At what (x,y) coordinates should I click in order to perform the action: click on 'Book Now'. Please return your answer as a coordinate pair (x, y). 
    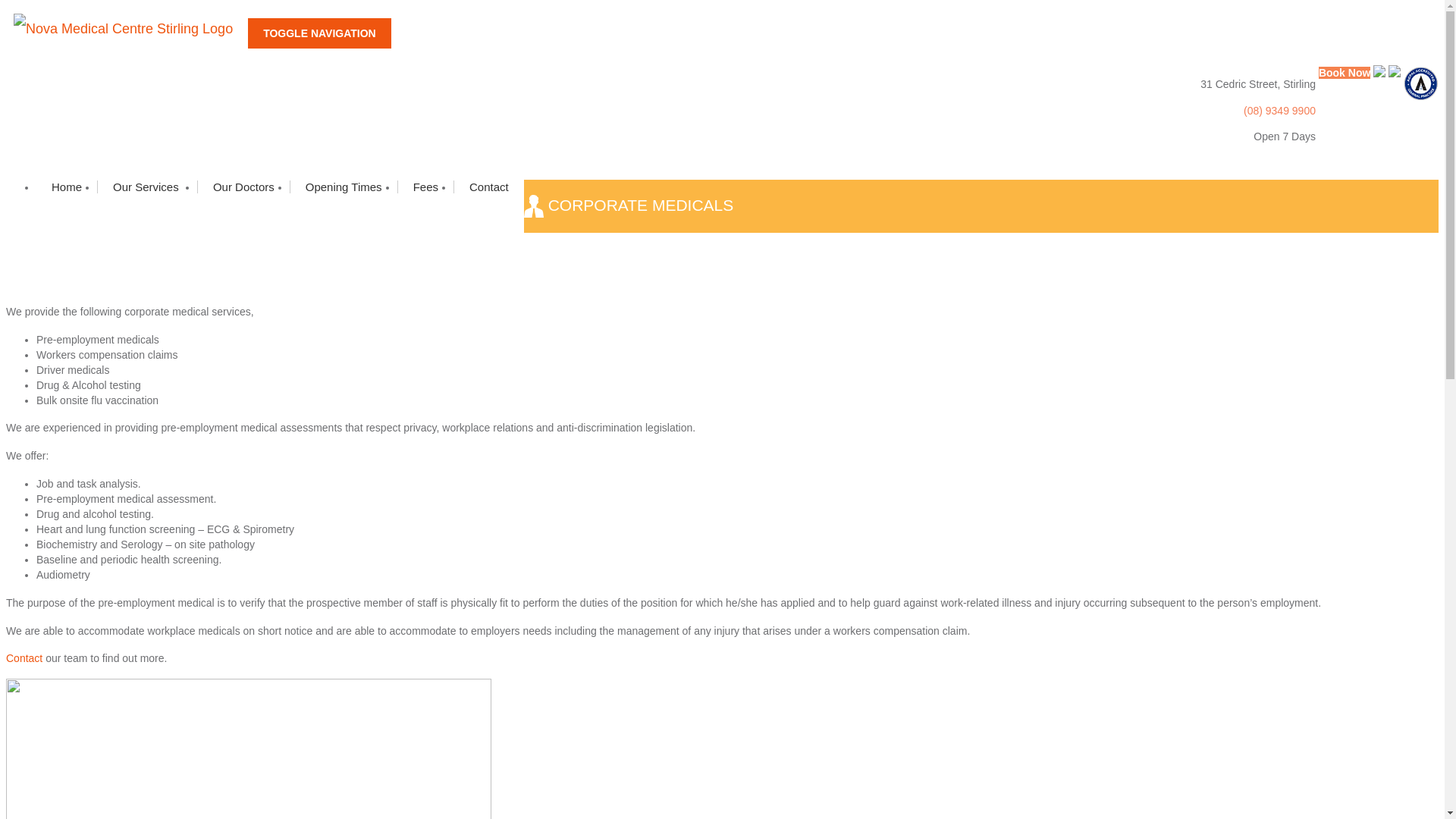
    Looking at the image, I should click on (1317, 73).